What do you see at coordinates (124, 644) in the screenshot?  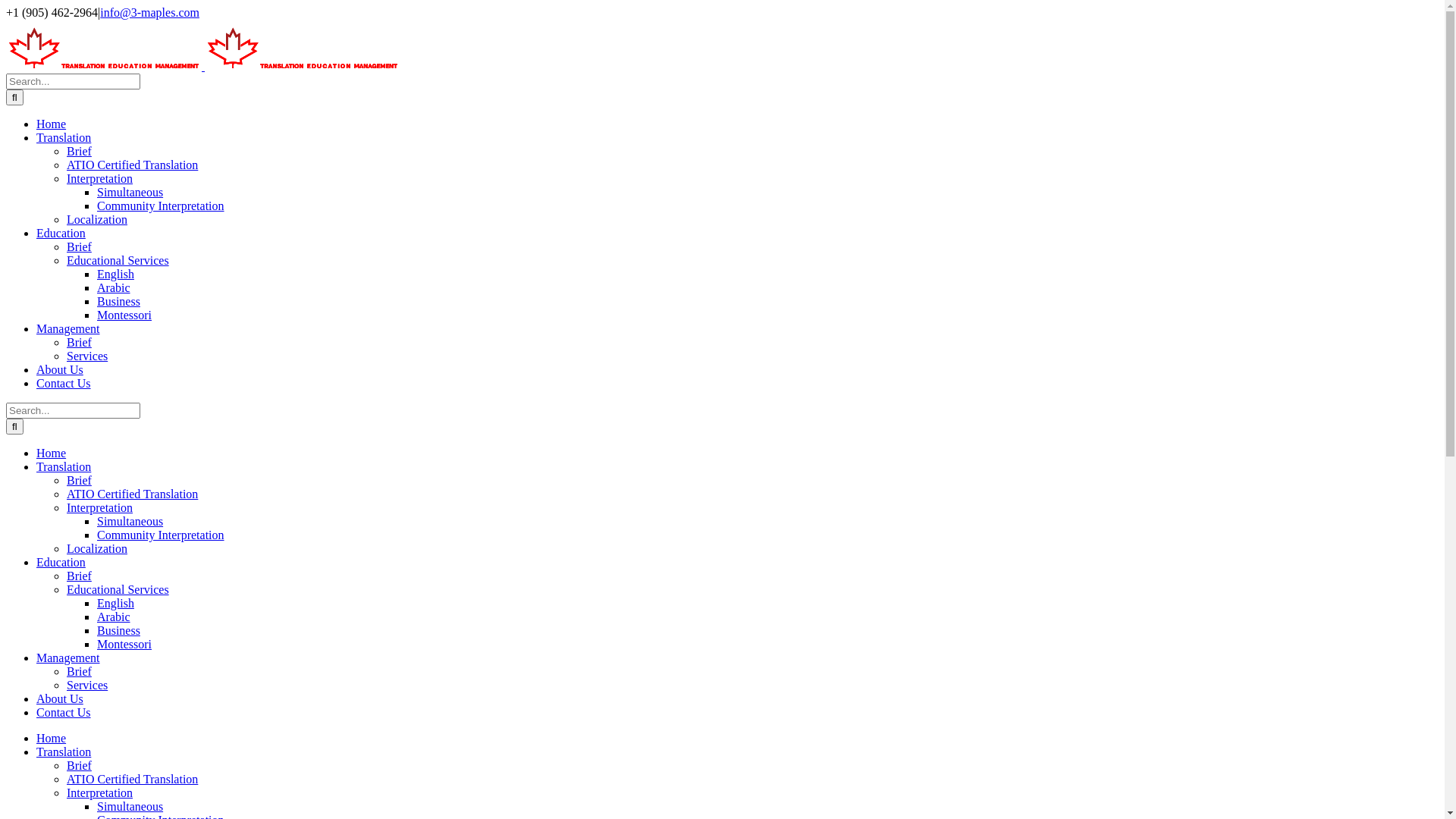 I see `'Montessori'` at bounding box center [124, 644].